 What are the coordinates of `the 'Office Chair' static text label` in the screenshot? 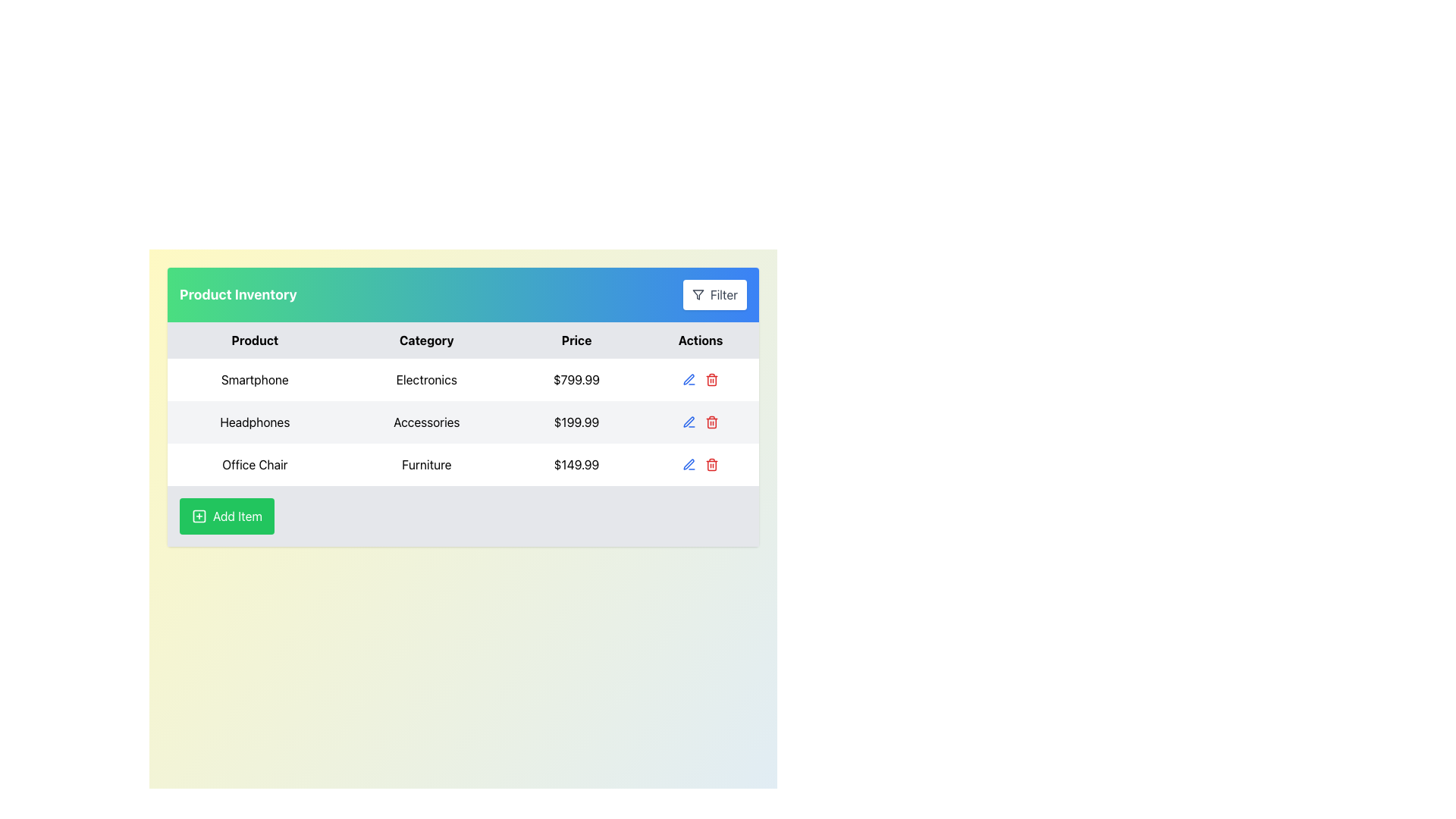 It's located at (255, 464).